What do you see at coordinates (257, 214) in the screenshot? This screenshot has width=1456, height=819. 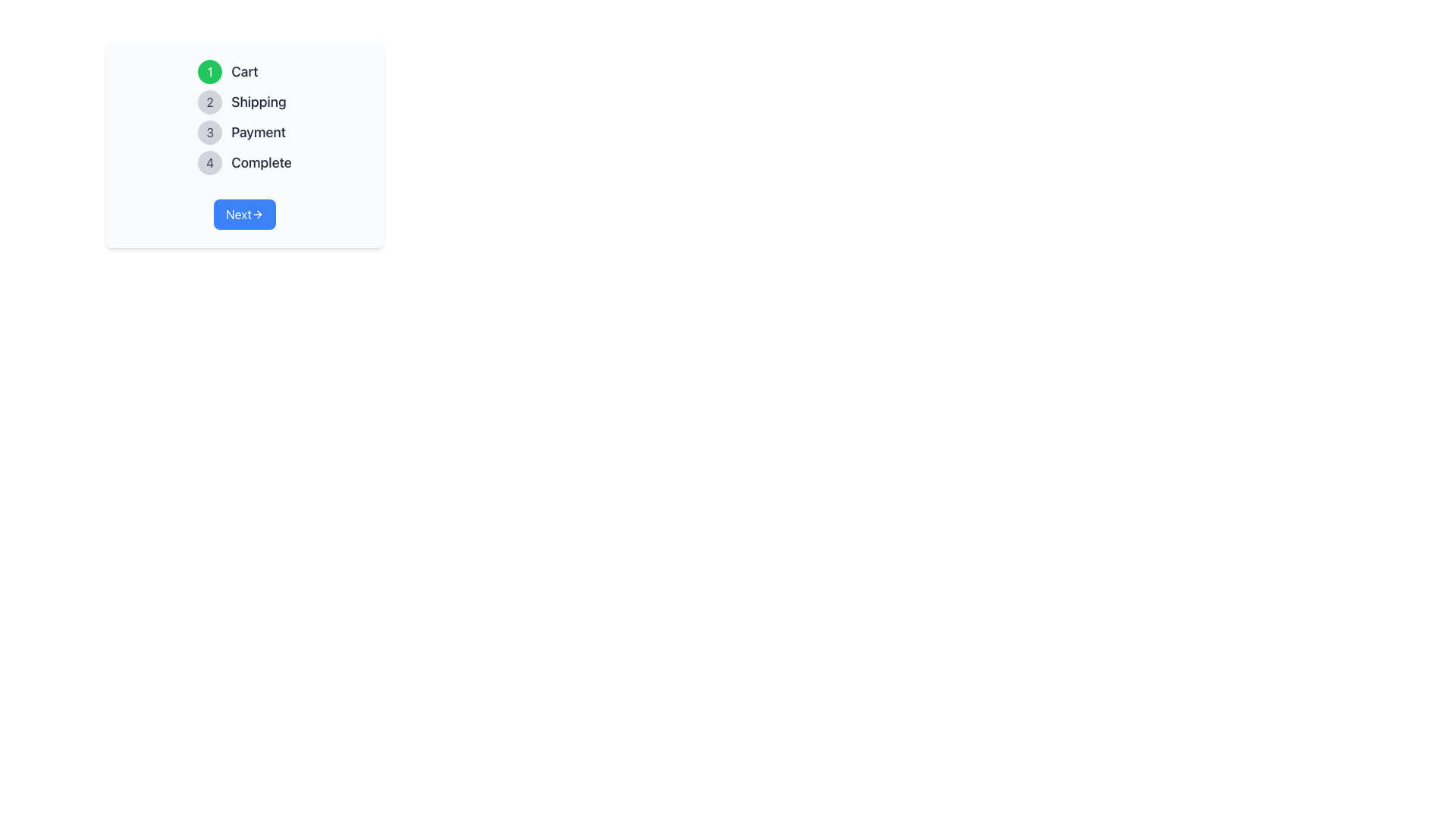 I see `the directional indicator icon located inside the blue 'Next' button` at bounding box center [257, 214].